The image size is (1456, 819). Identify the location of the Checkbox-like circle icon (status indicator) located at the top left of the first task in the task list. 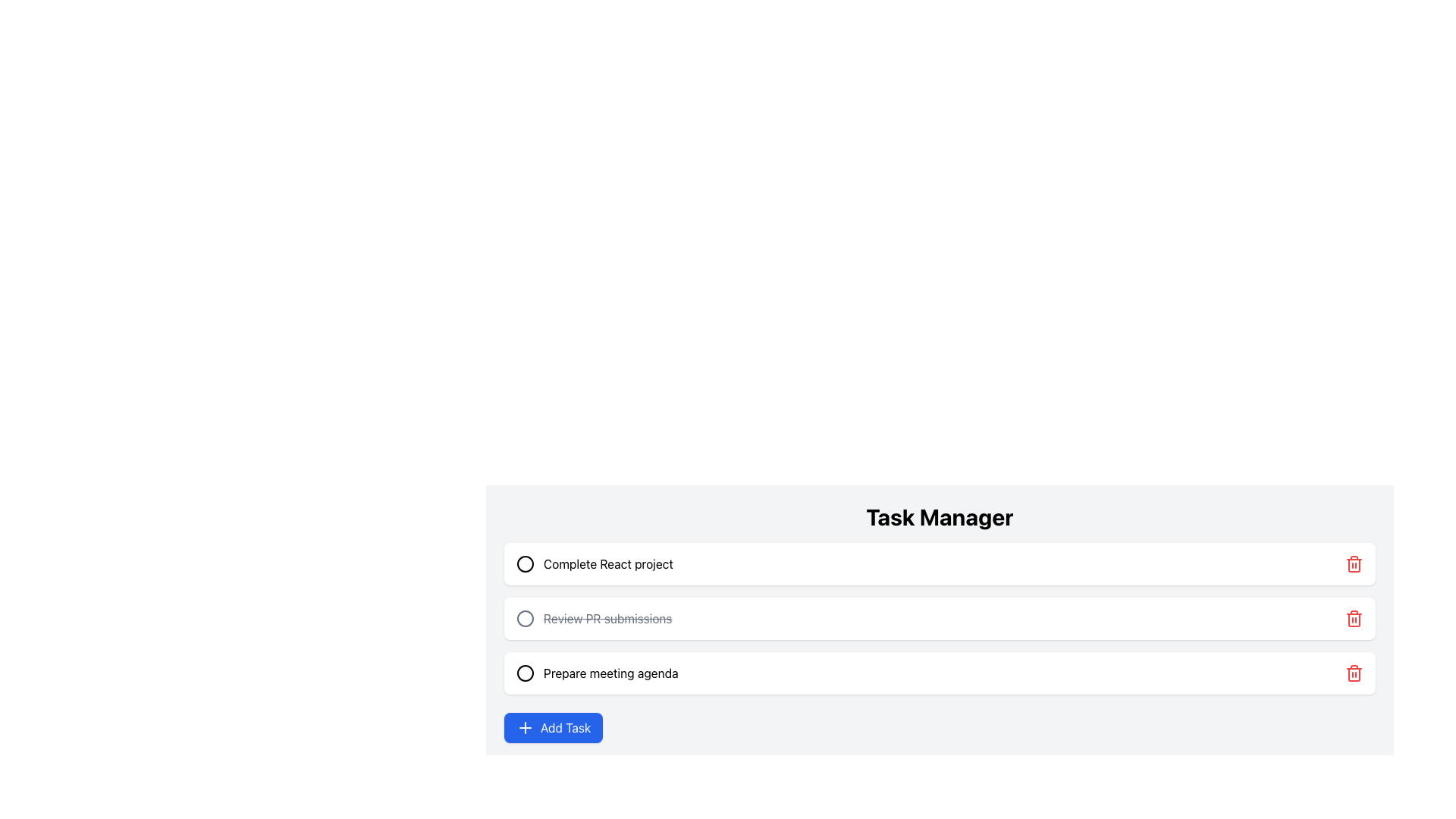
(525, 564).